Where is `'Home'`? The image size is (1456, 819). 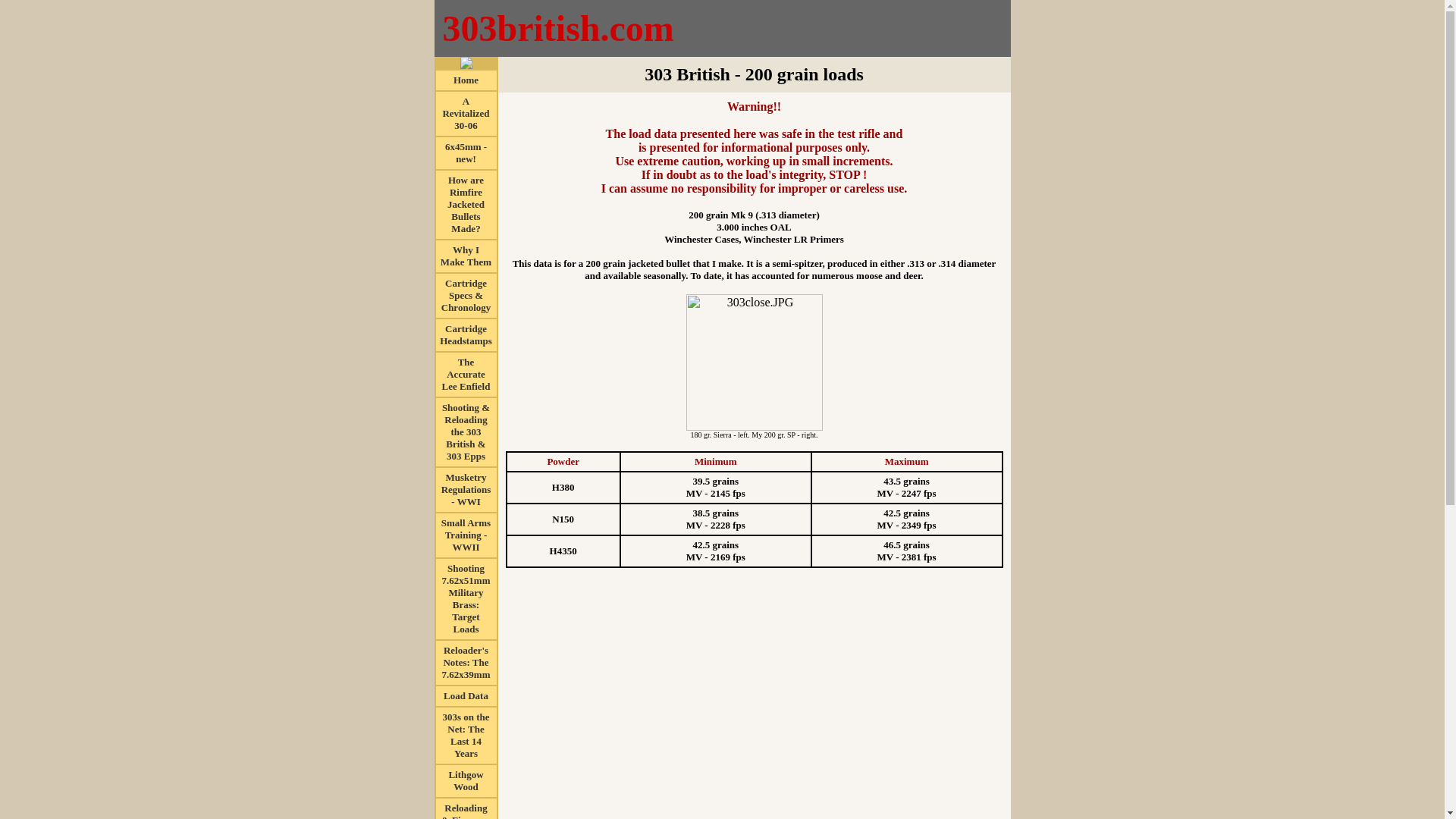 'Home' is located at coordinates (465, 79).